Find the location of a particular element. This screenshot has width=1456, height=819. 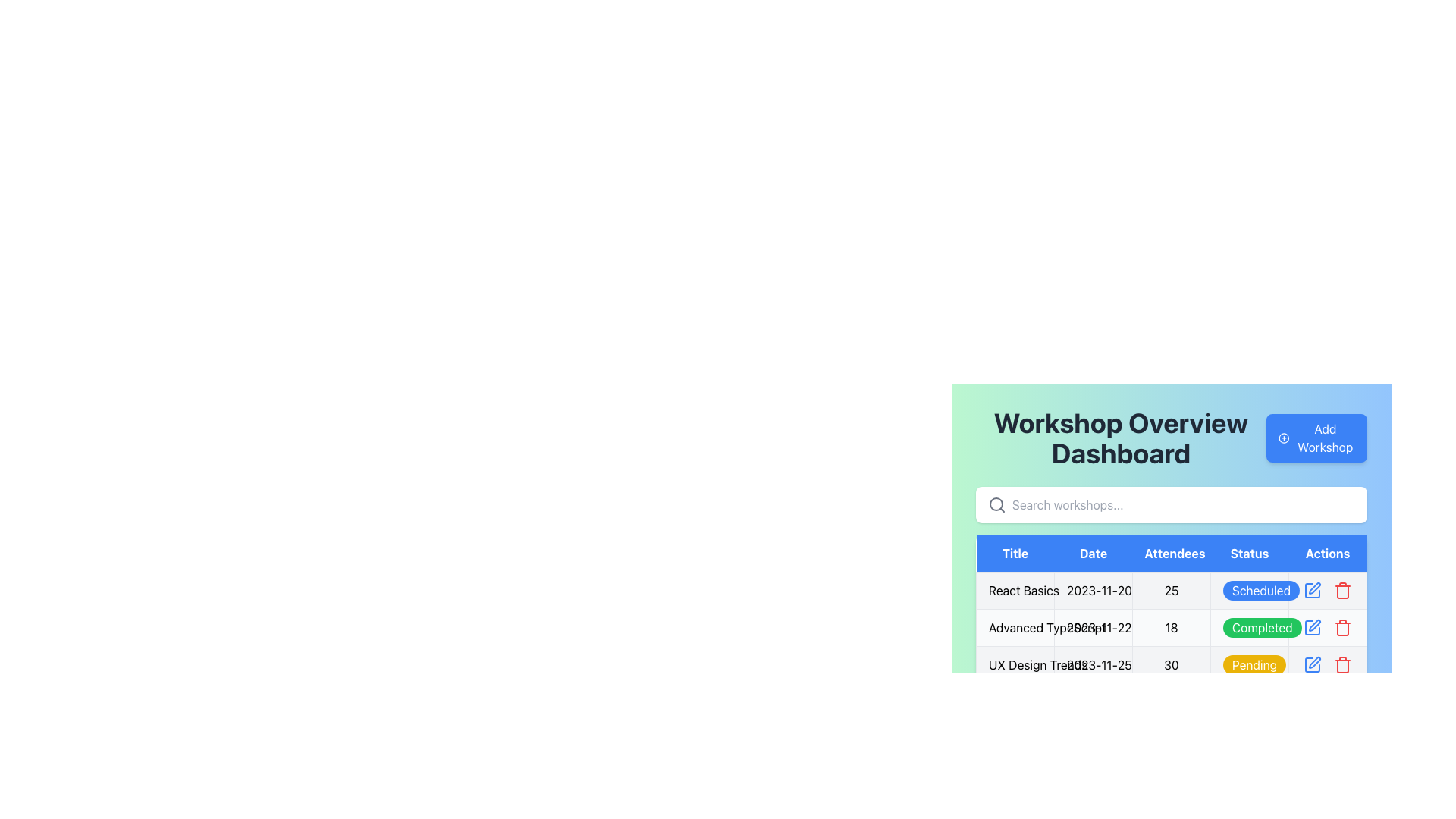

the edit button represented by a blue pen icon located in the 'Actions' column of the last row in the 'Workshop Overview Dashboard', positioned between a 'Pending' status badge and a red trash bin icon is located at coordinates (1312, 664).